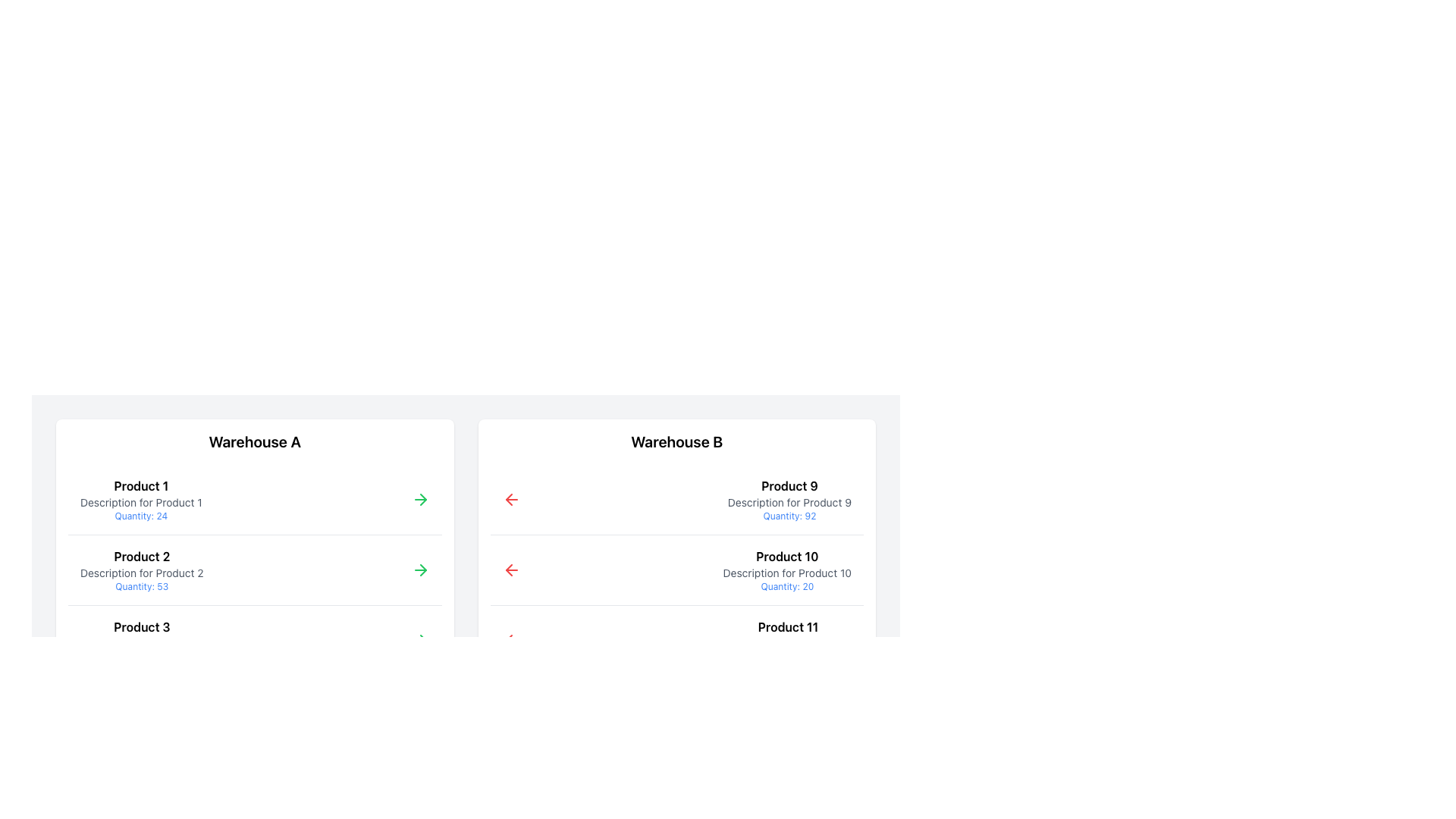 The image size is (1456, 819). I want to click on the red leftward arrow icon associated with 'Product 10' under the 'Warehouse B' column to invoke the action, so click(509, 570).